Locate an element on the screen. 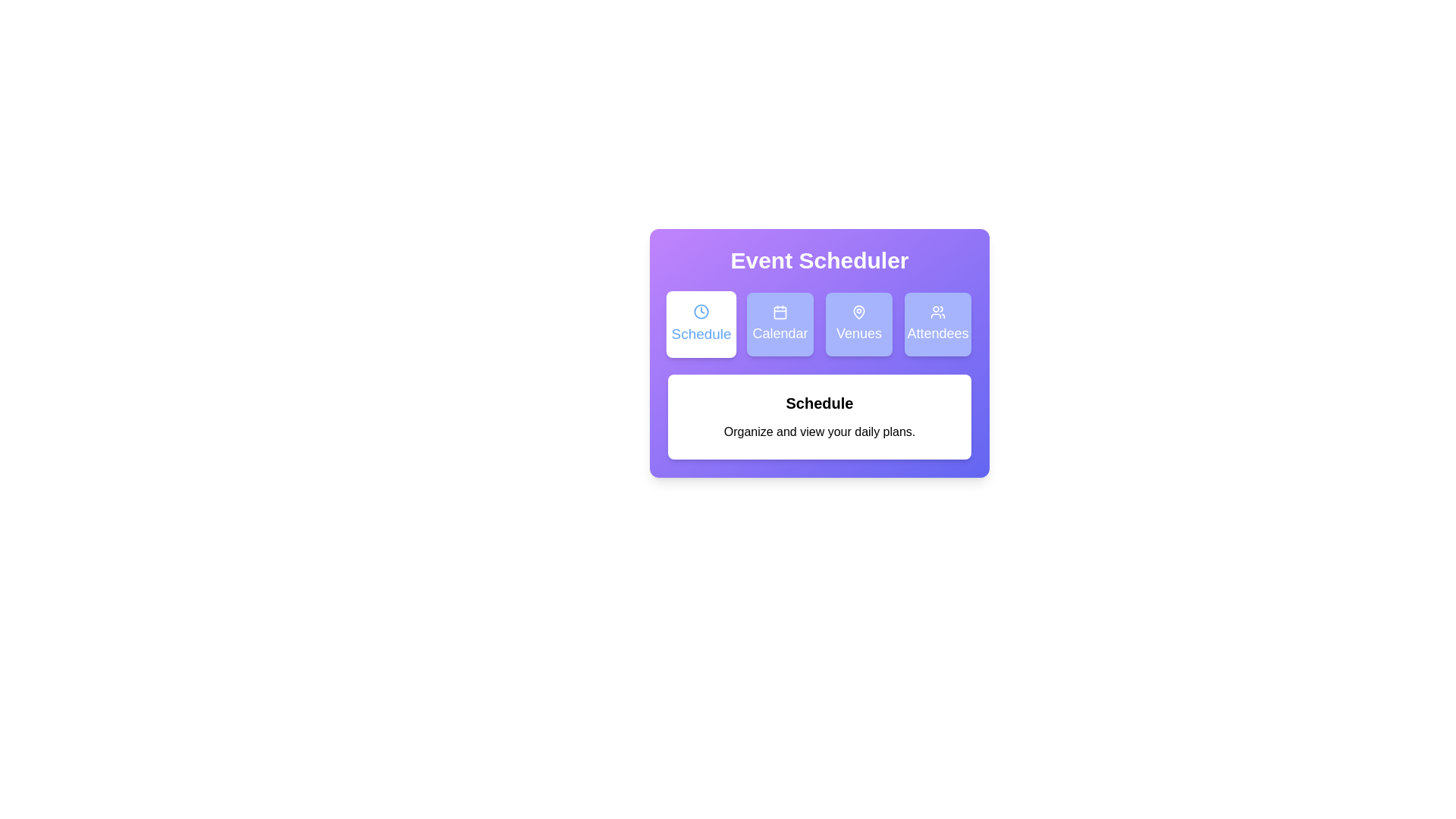 This screenshot has width=1456, height=819. the Calendar tab by clicking on its corresponding button is located at coordinates (780, 324).